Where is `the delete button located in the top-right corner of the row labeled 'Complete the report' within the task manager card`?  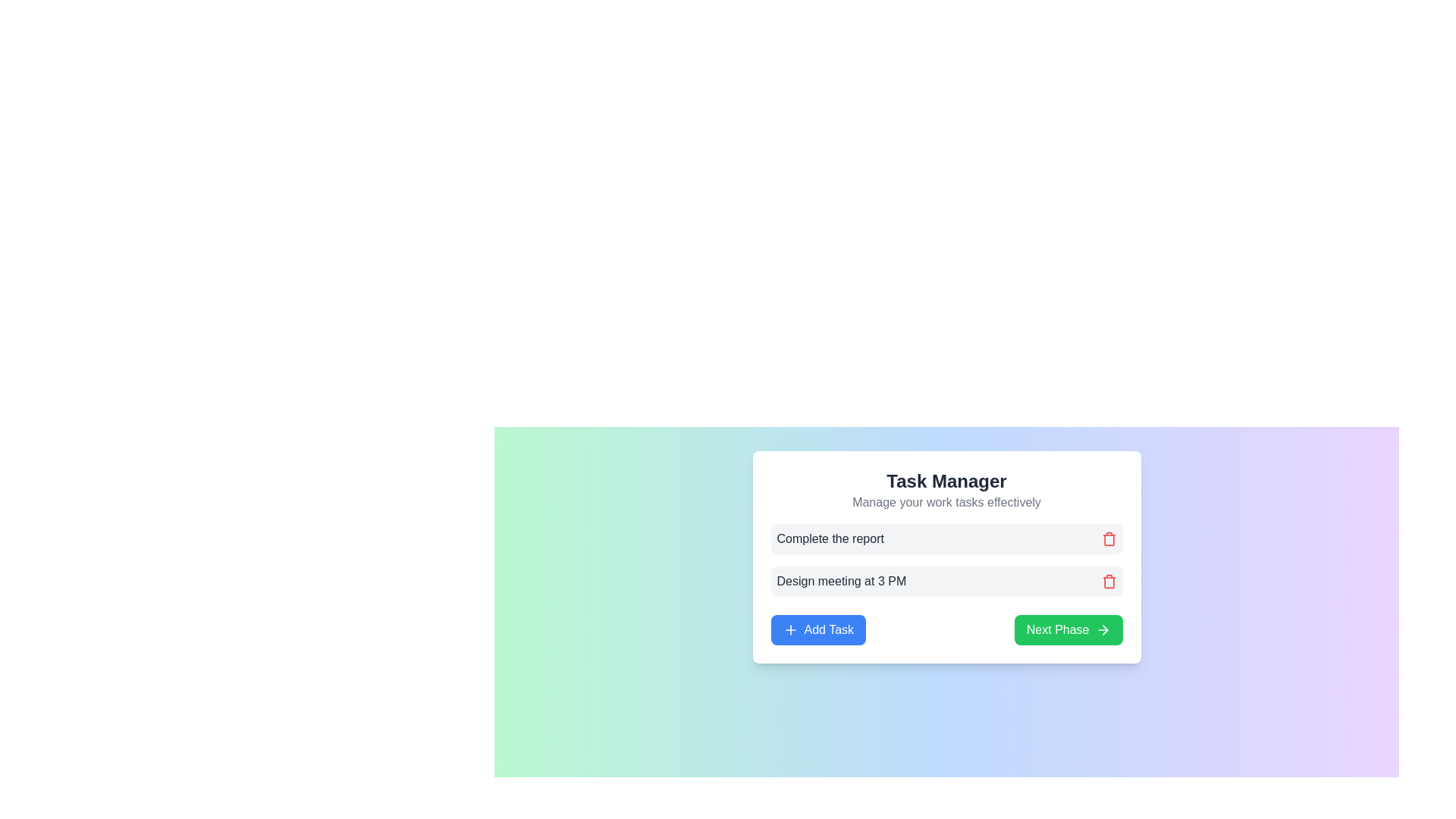
the delete button located in the top-right corner of the row labeled 'Complete the report' within the task manager card is located at coordinates (1109, 538).